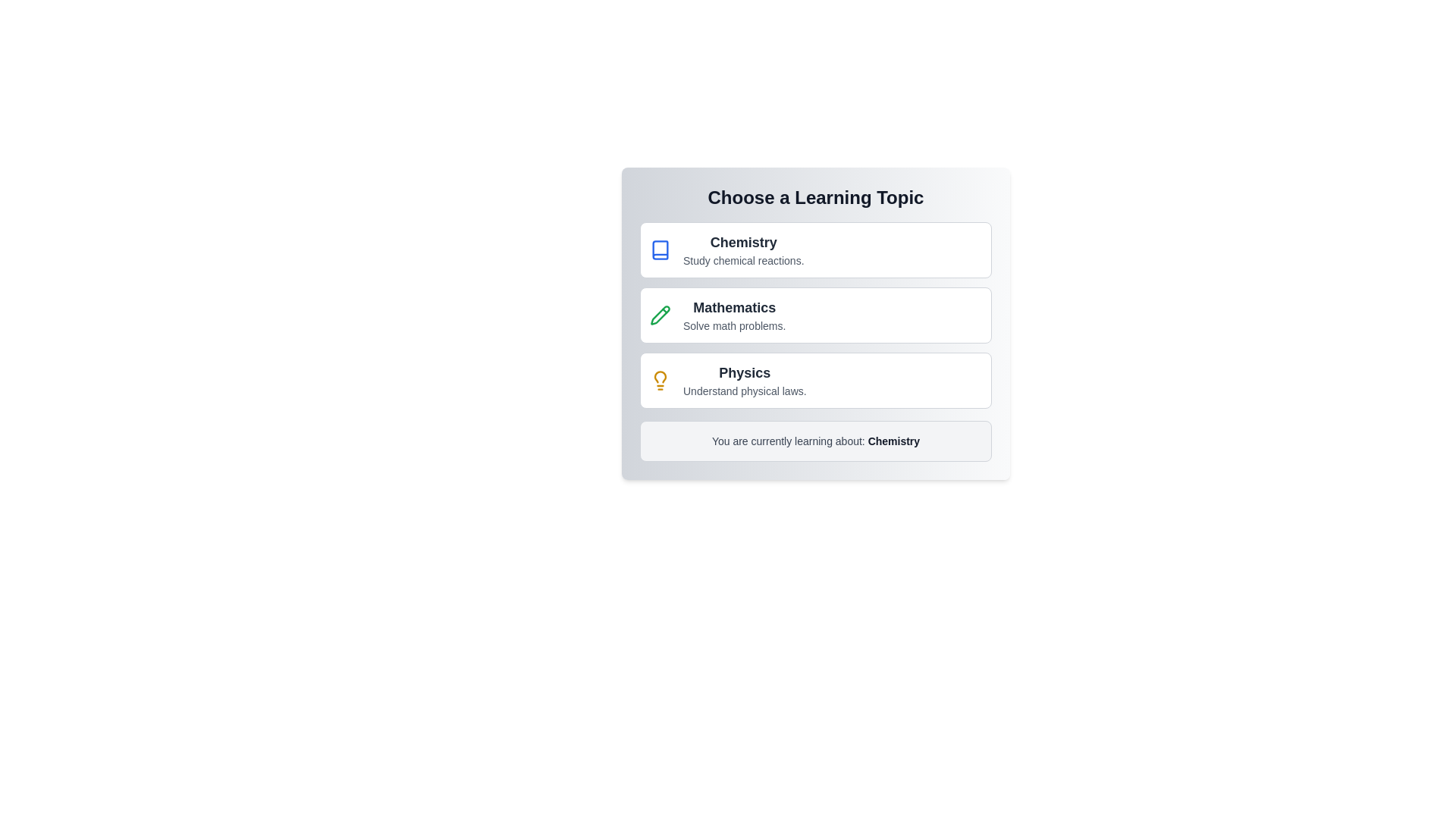 This screenshot has height=819, width=1456. Describe the element at coordinates (893, 441) in the screenshot. I see `the bold text label that reads 'Chemistry', which is styled with a dark color and located at the bottom center of the interface` at that location.